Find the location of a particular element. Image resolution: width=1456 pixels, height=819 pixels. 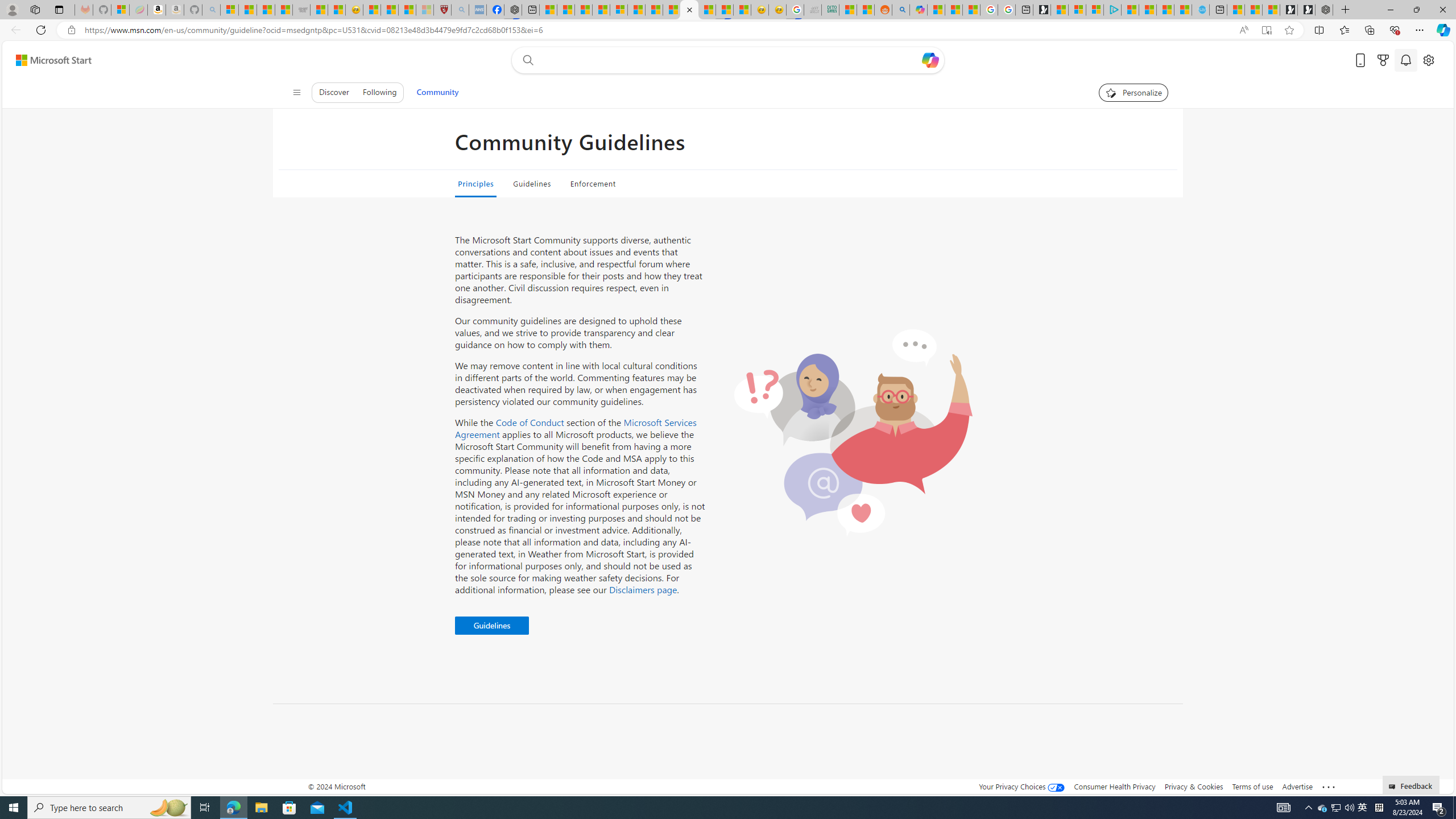

'Class: control icon-only' is located at coordinates (296, 92).